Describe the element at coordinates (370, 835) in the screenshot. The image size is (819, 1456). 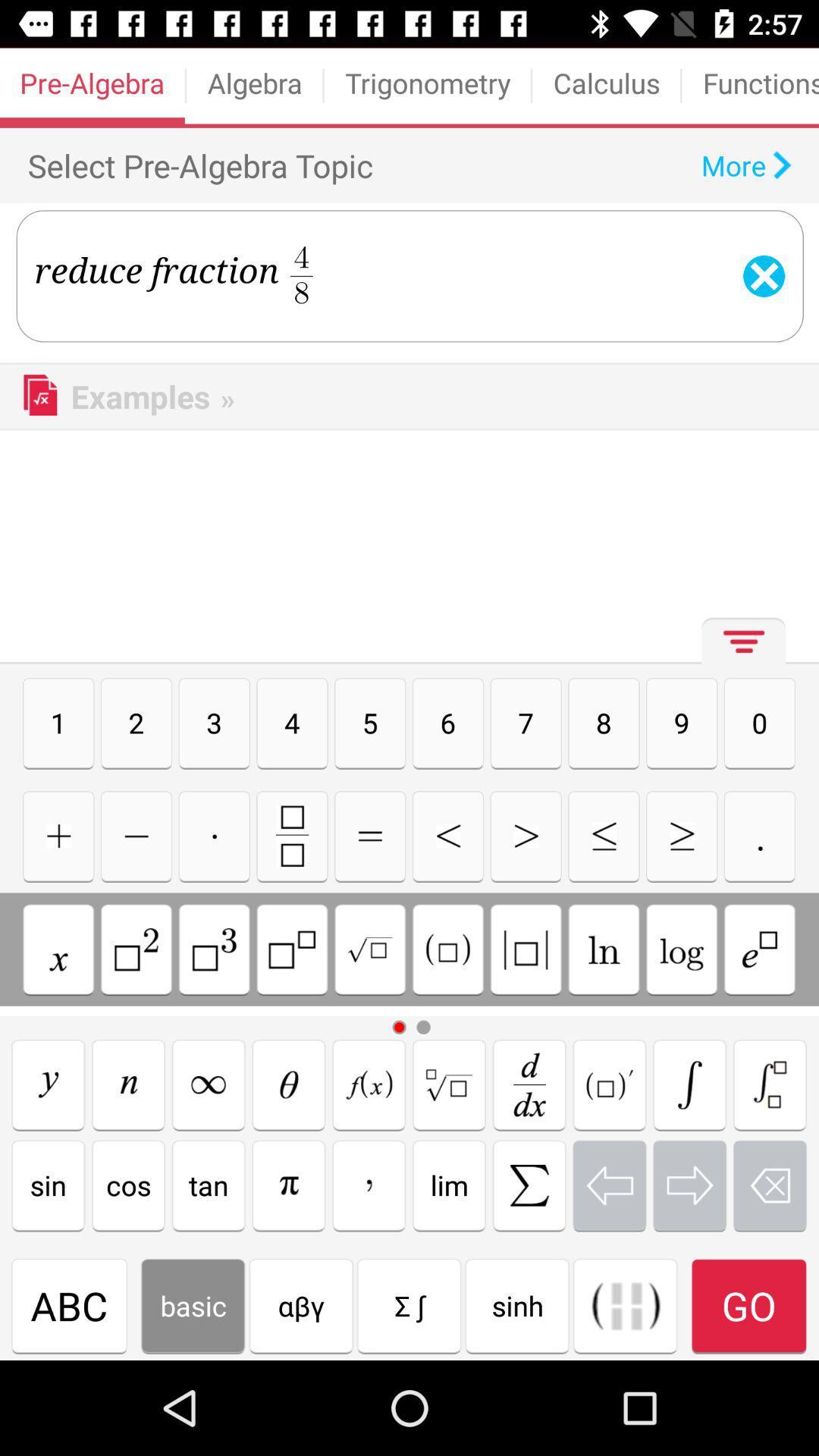
I see `equal option` at that location.